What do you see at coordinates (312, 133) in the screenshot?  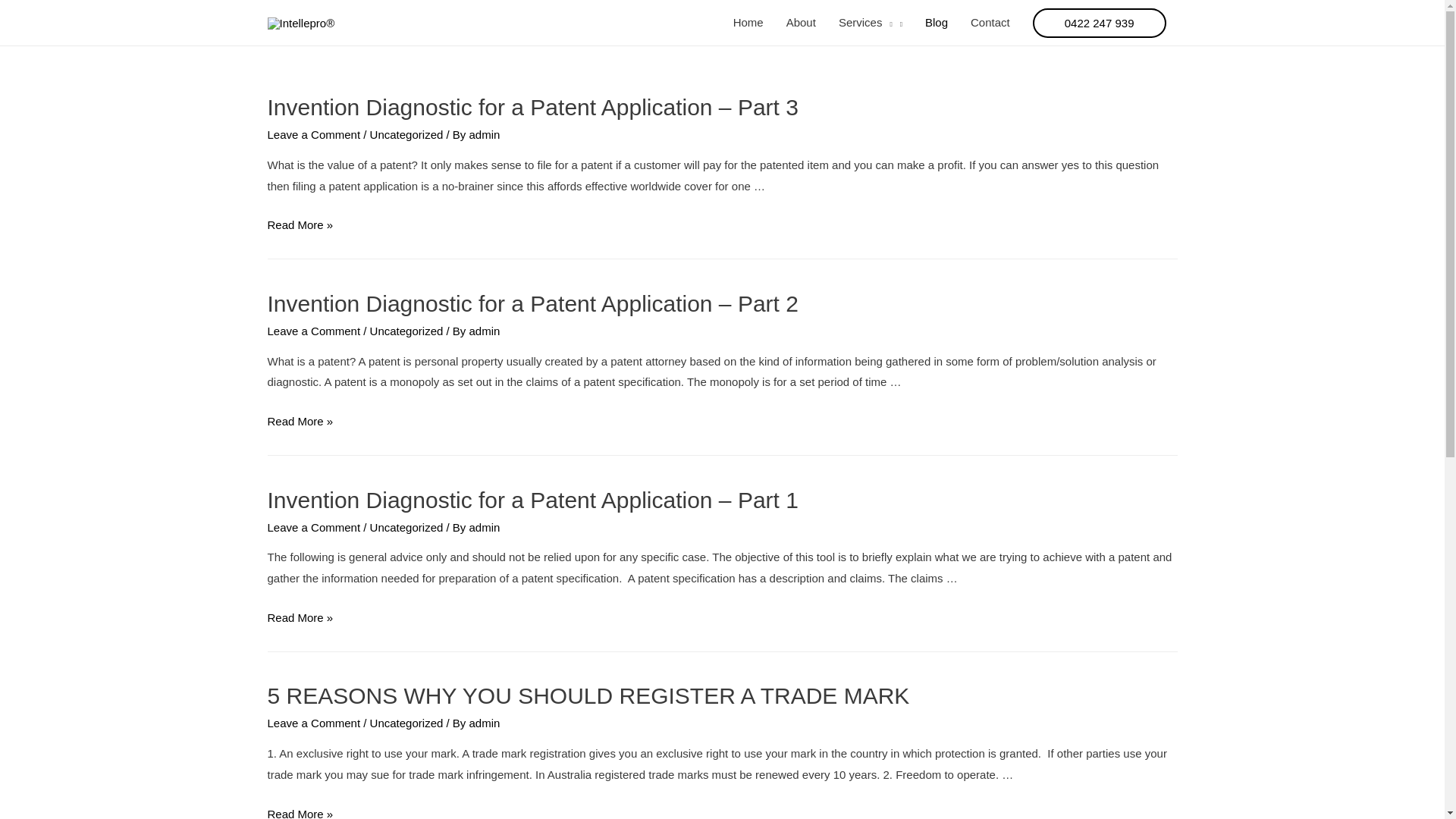 I see `'Leave a Comment'` at bounding box center [312, 133].